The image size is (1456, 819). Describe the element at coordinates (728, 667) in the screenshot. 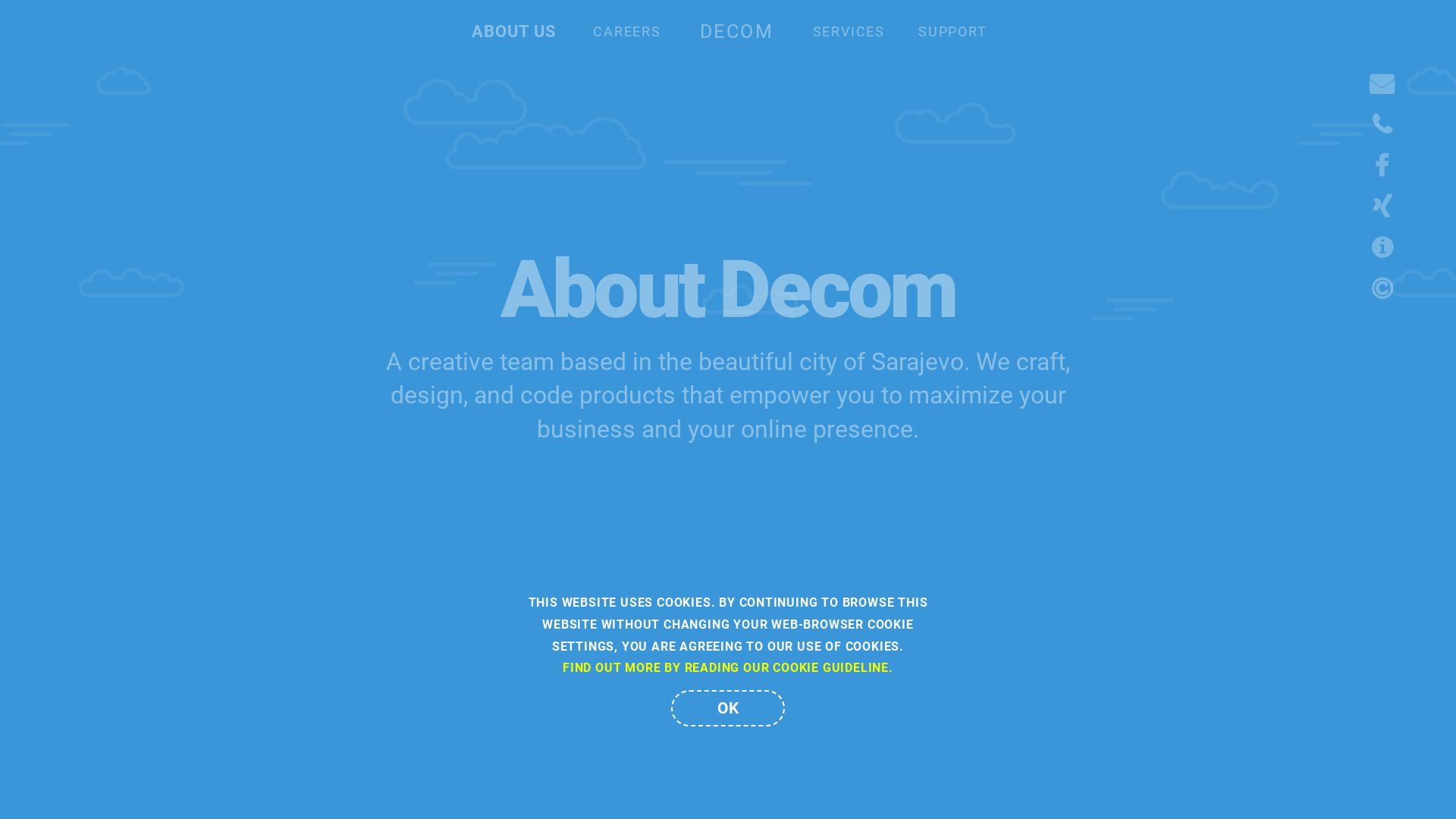

I see `'FIND OUT MORE BY READING OUR COOKIE GUIDELINE.'` at that location.